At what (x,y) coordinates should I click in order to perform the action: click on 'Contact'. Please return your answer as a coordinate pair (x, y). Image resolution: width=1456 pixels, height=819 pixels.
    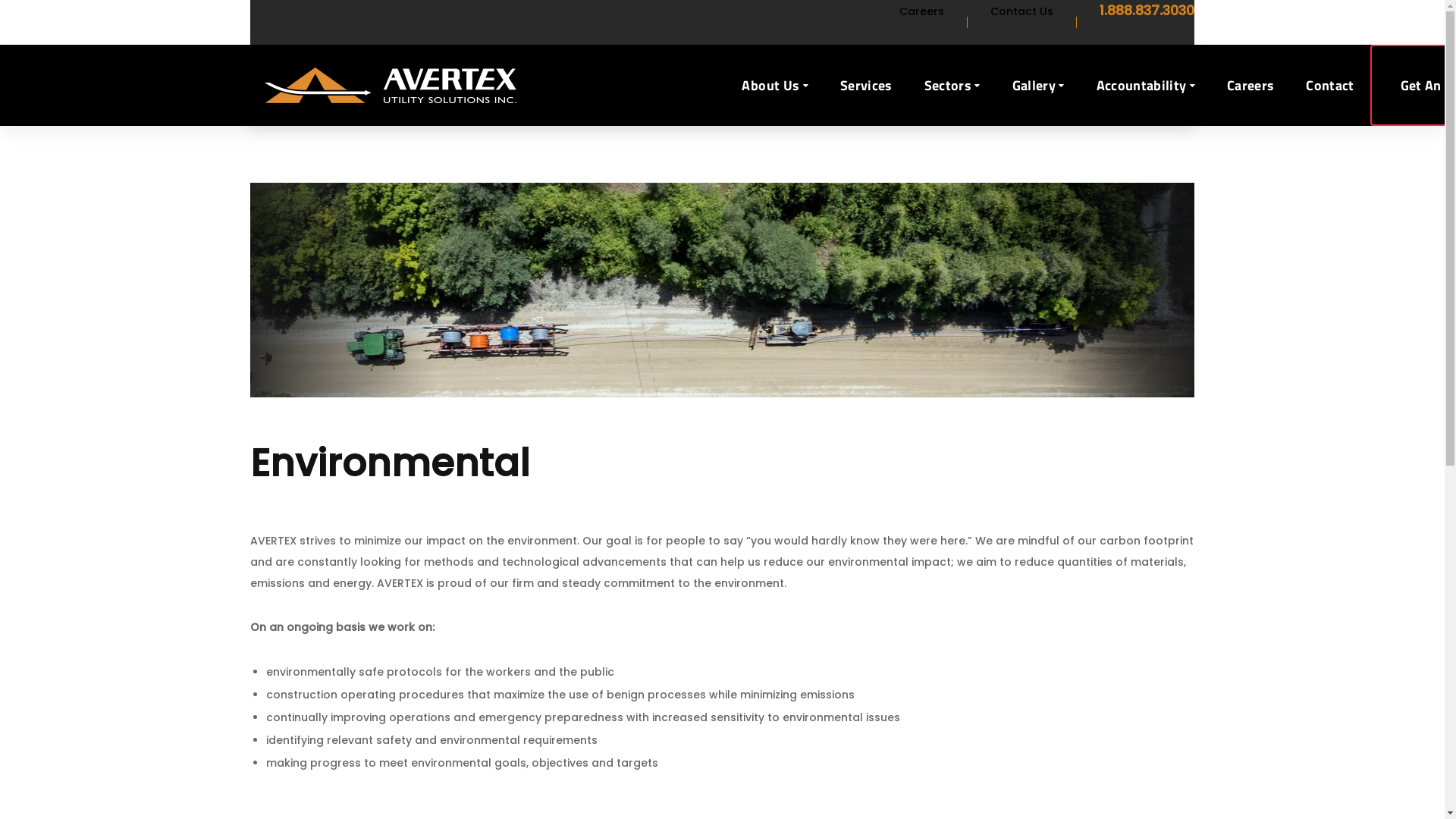
    Looking at the image, I should click on (1329, 84).